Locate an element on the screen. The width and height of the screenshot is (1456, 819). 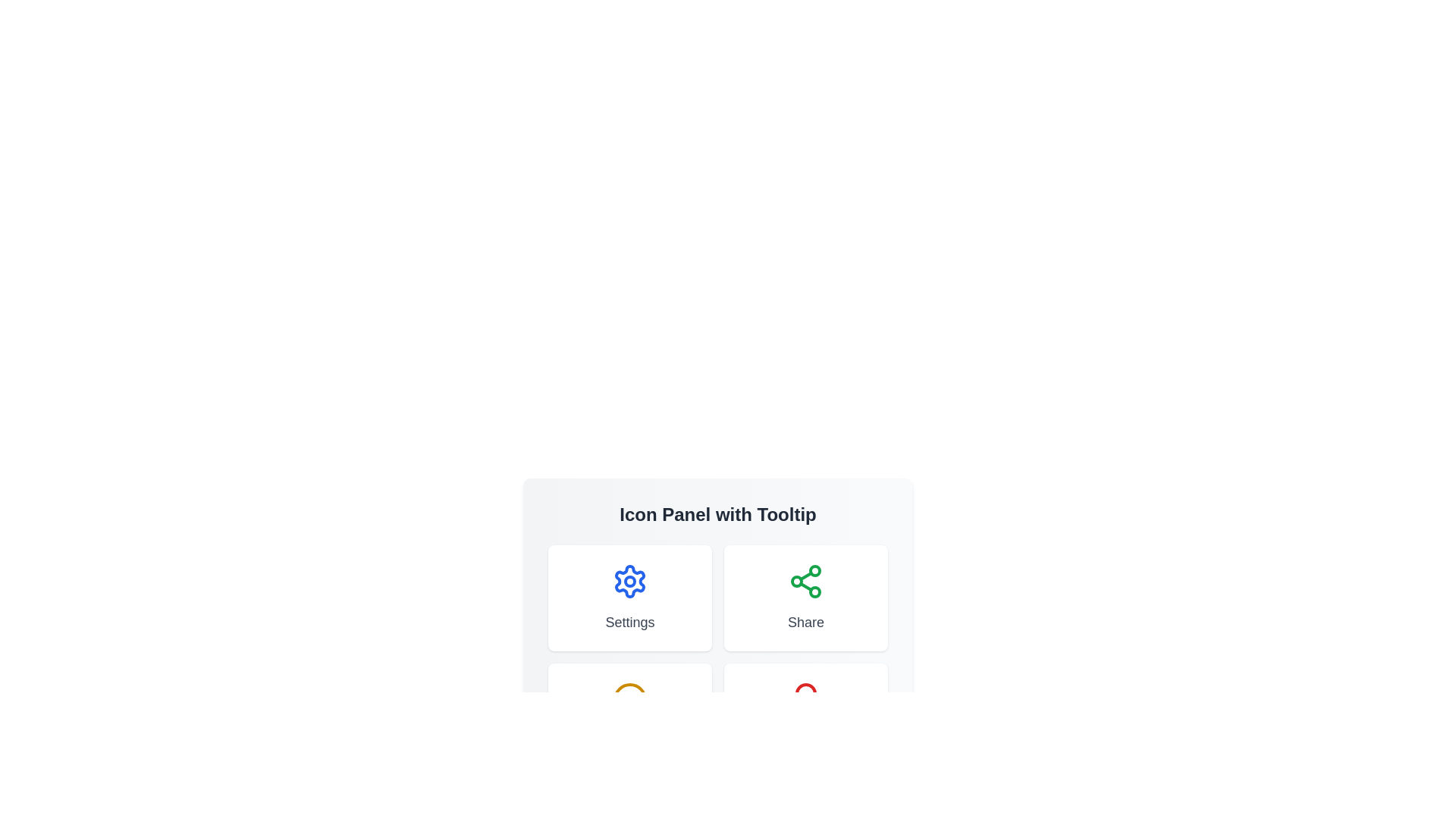
the settings button located at the top left corner of the grid layout is located at coordinates (629, 598).